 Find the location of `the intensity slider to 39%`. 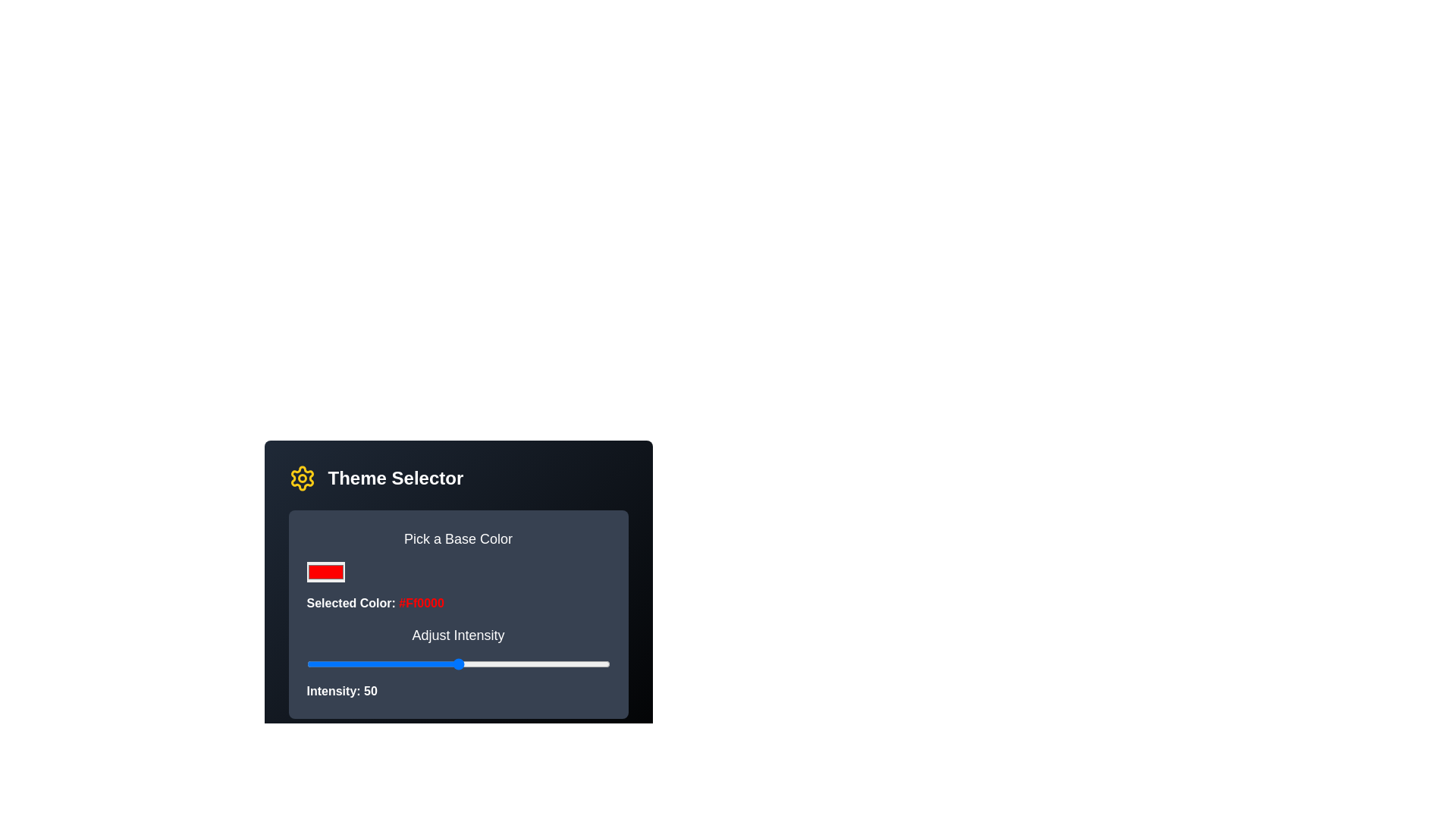

the intensity slider to 39% is located at coordinates (425, 663).